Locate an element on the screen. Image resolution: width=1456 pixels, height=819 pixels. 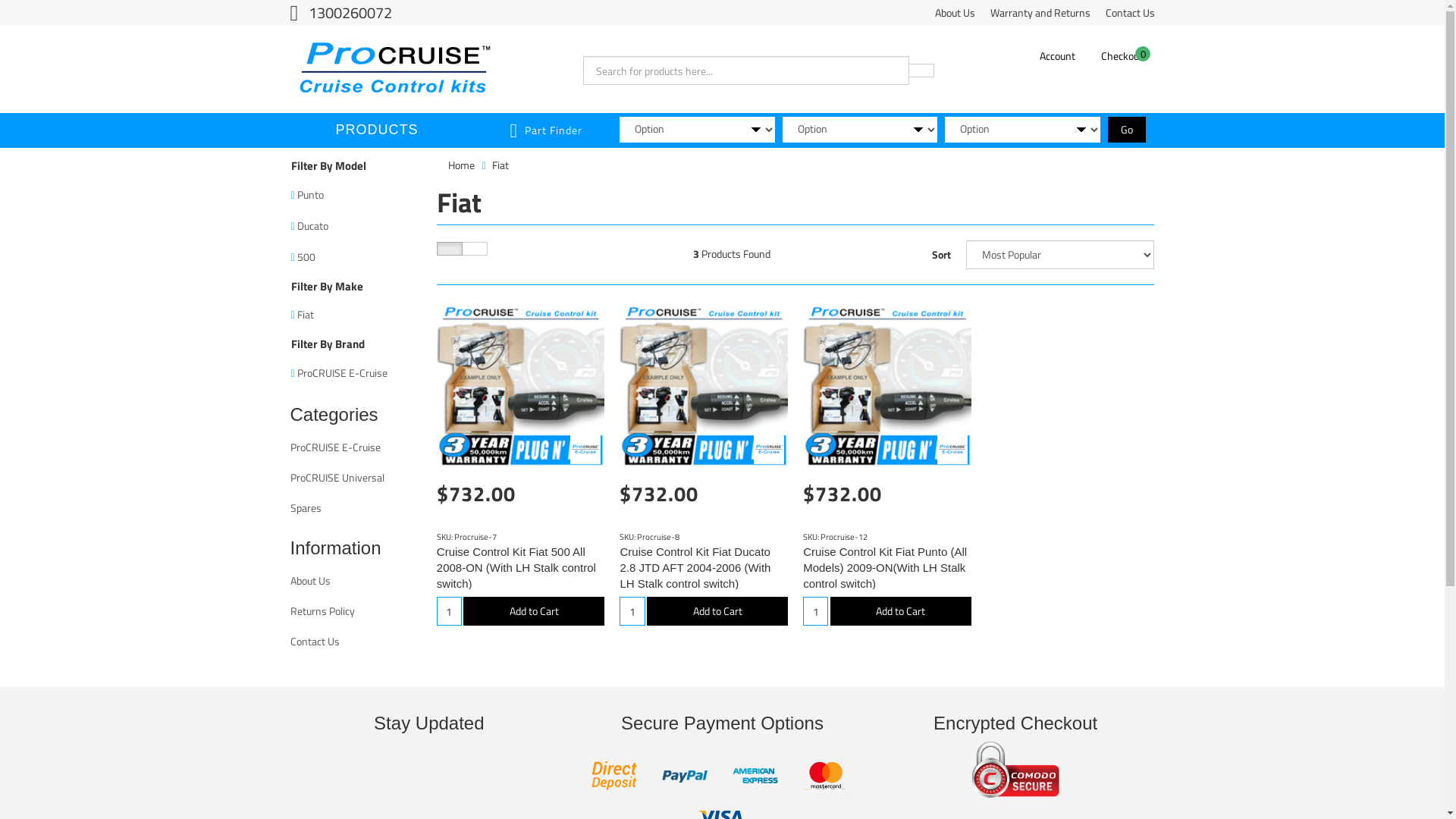
'Spares' is located at coordinates (290, 508).